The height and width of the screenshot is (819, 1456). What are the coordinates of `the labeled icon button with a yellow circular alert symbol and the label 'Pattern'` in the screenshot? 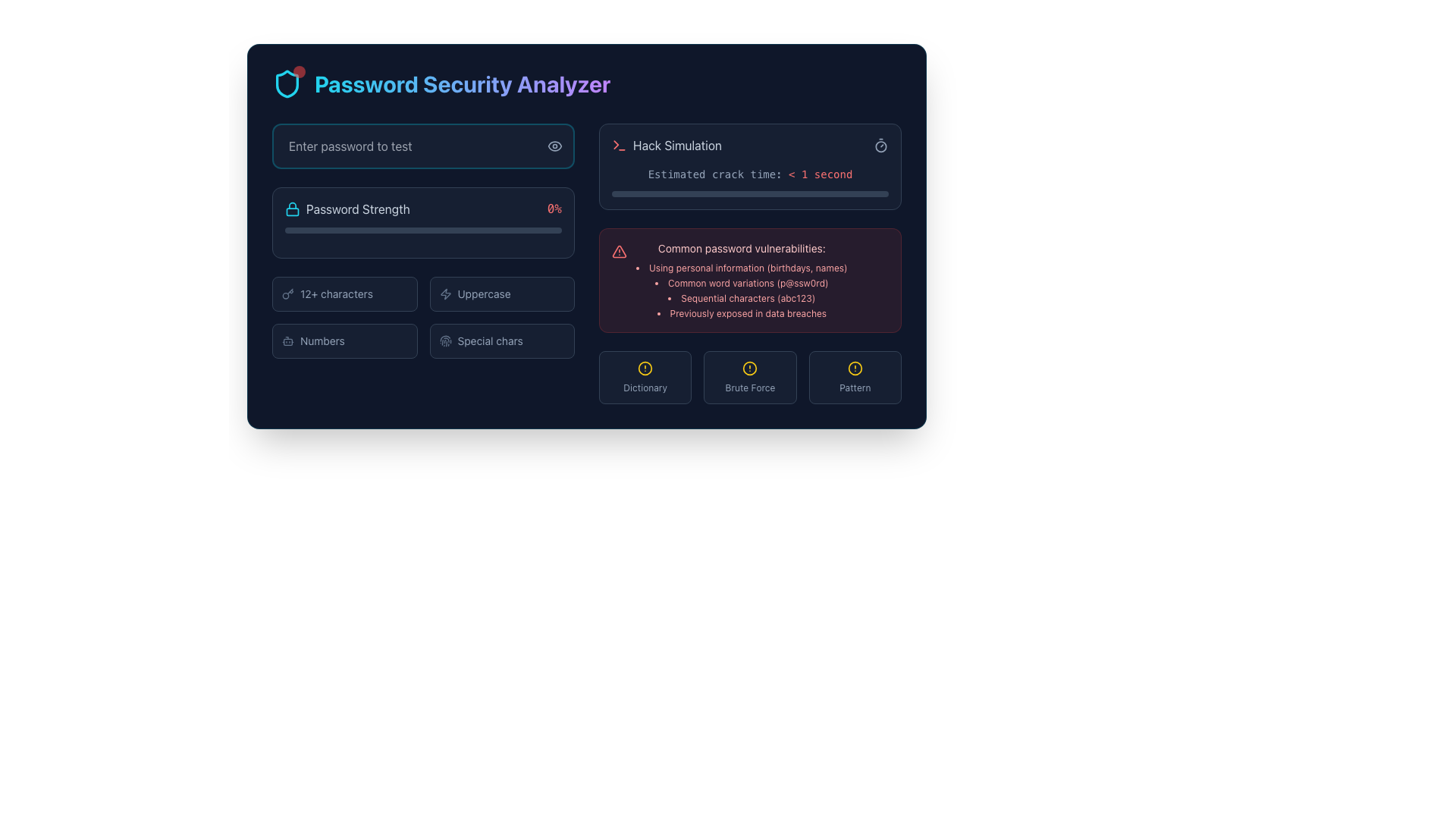 It's located at (855, 376).